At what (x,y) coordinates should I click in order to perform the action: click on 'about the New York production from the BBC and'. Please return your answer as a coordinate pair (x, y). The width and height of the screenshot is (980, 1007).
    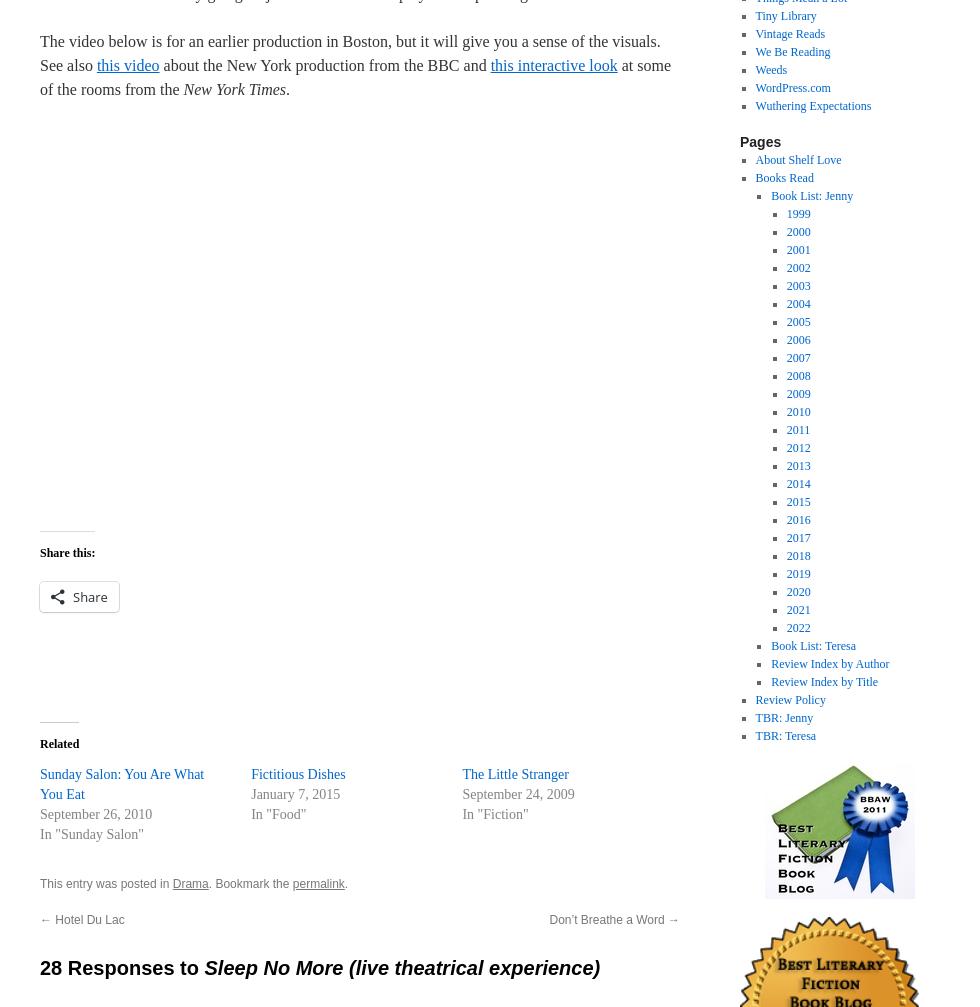
    Looking at the image, I should click on (158, 65).